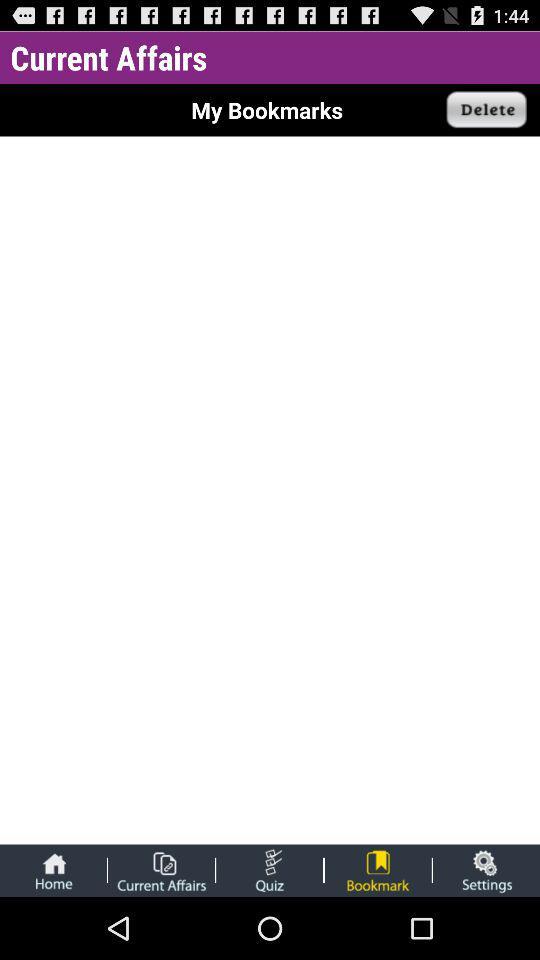 This screenshot has height=960, width=540. I want to click on delete button, so click(486, 110).